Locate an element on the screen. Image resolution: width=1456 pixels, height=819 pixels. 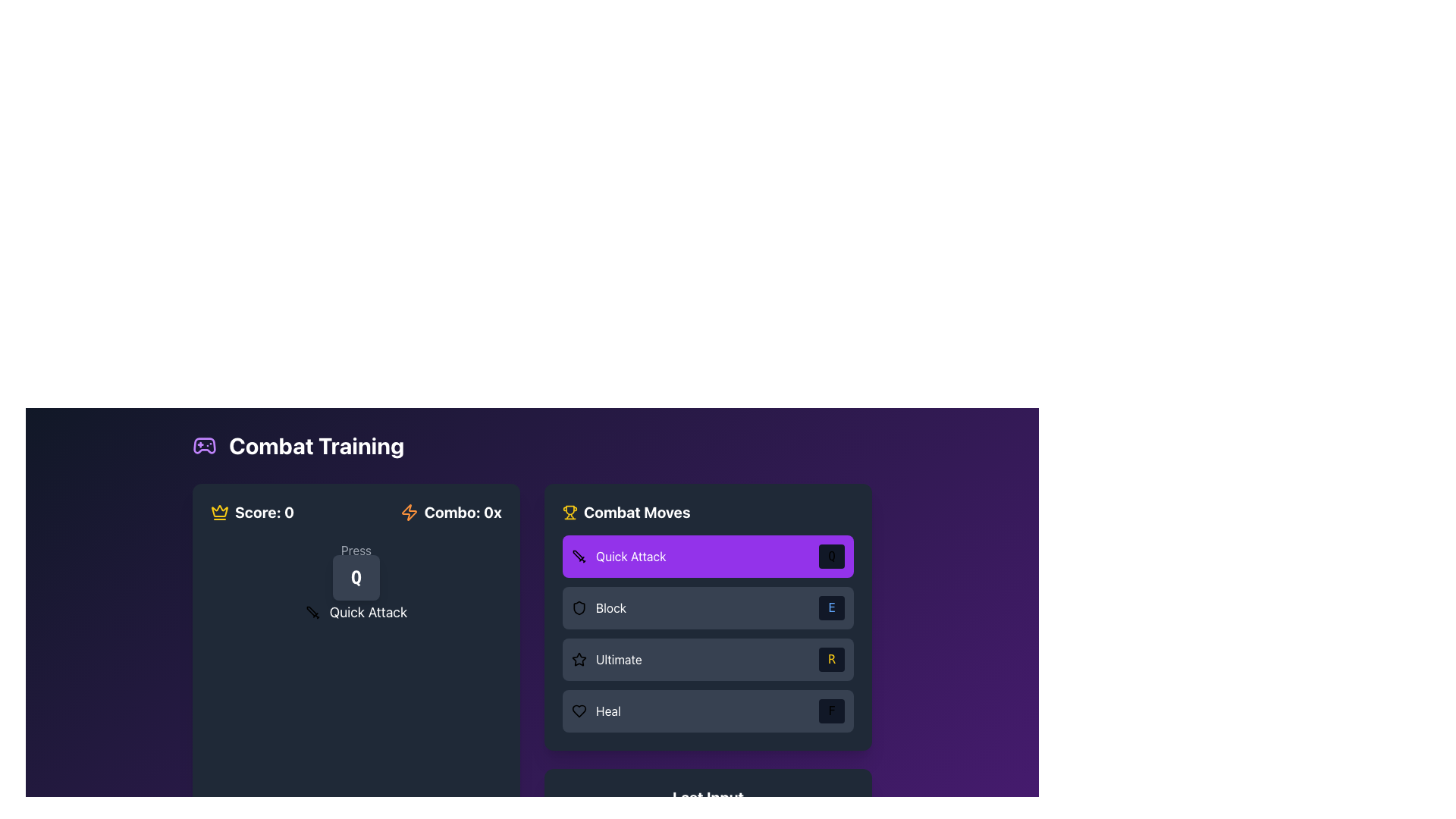
the small sword icon styled as a vector graphic, which is part of the 'Quick Attack' menu option located in the 'Combat Moves' section is located at coordinates (578, 556).